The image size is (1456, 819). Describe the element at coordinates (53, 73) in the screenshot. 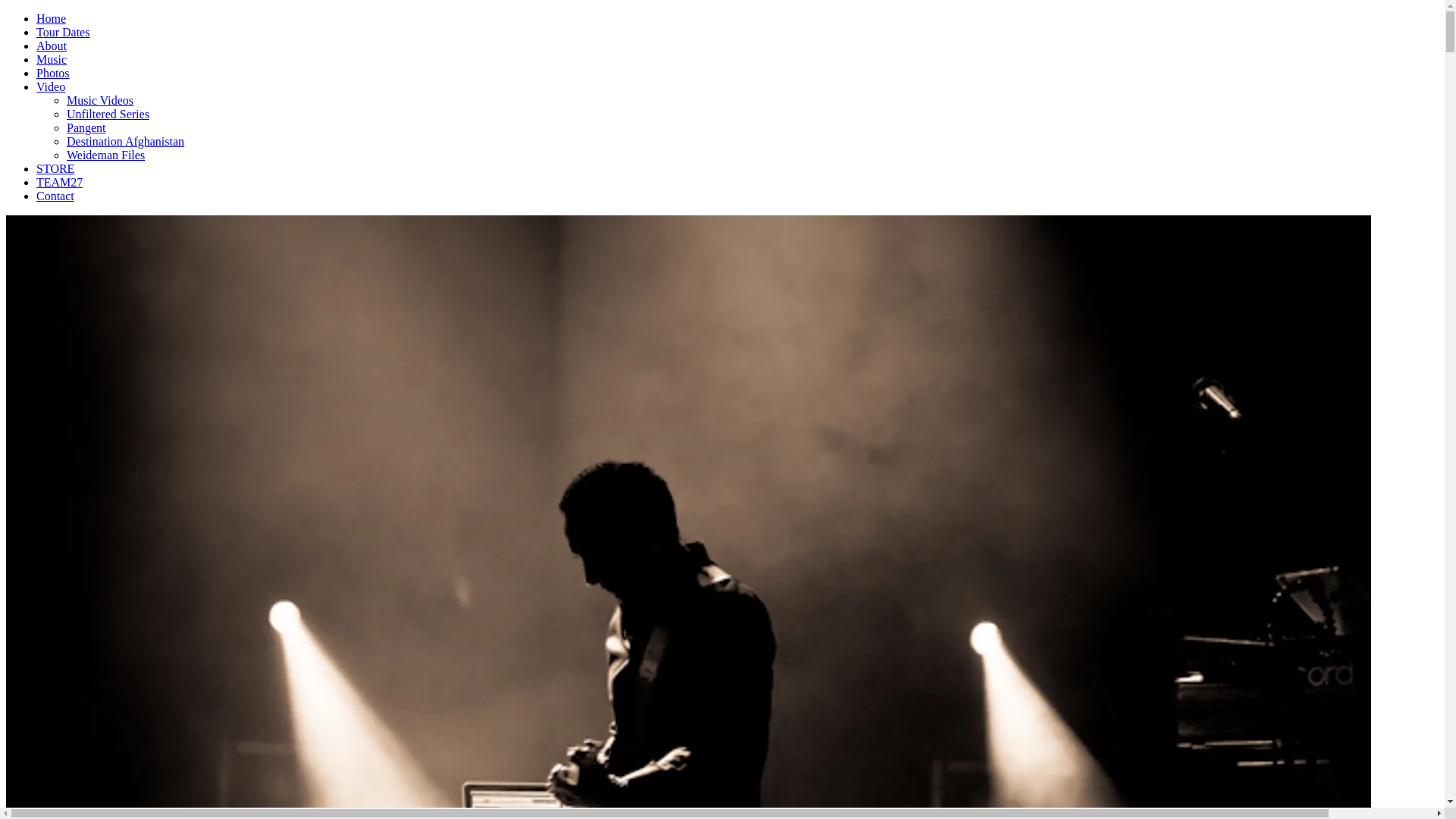

I see `'Photos'` at that location.